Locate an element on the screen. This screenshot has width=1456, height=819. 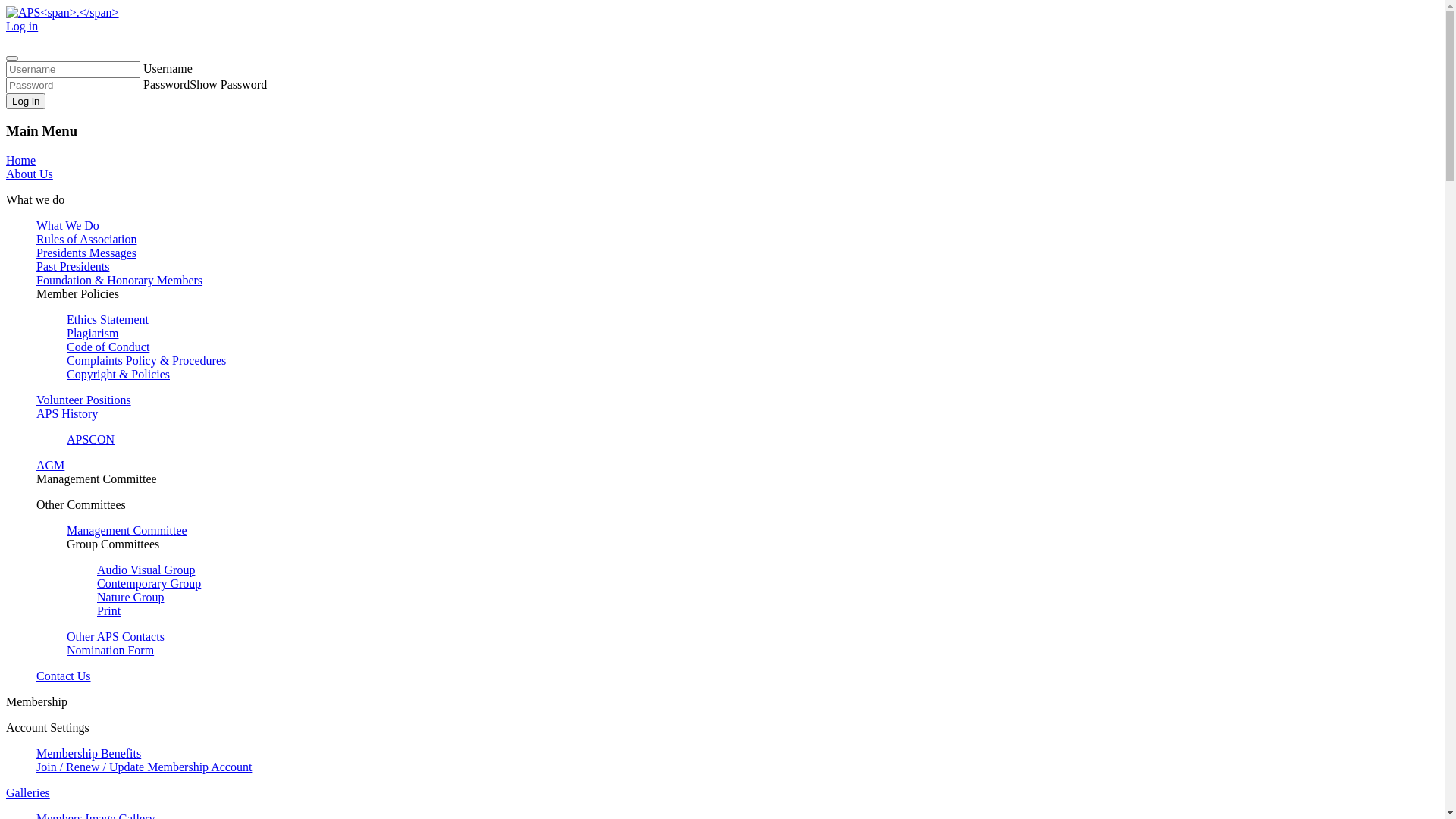
'Galleries' is located at coordinates (28, 792).